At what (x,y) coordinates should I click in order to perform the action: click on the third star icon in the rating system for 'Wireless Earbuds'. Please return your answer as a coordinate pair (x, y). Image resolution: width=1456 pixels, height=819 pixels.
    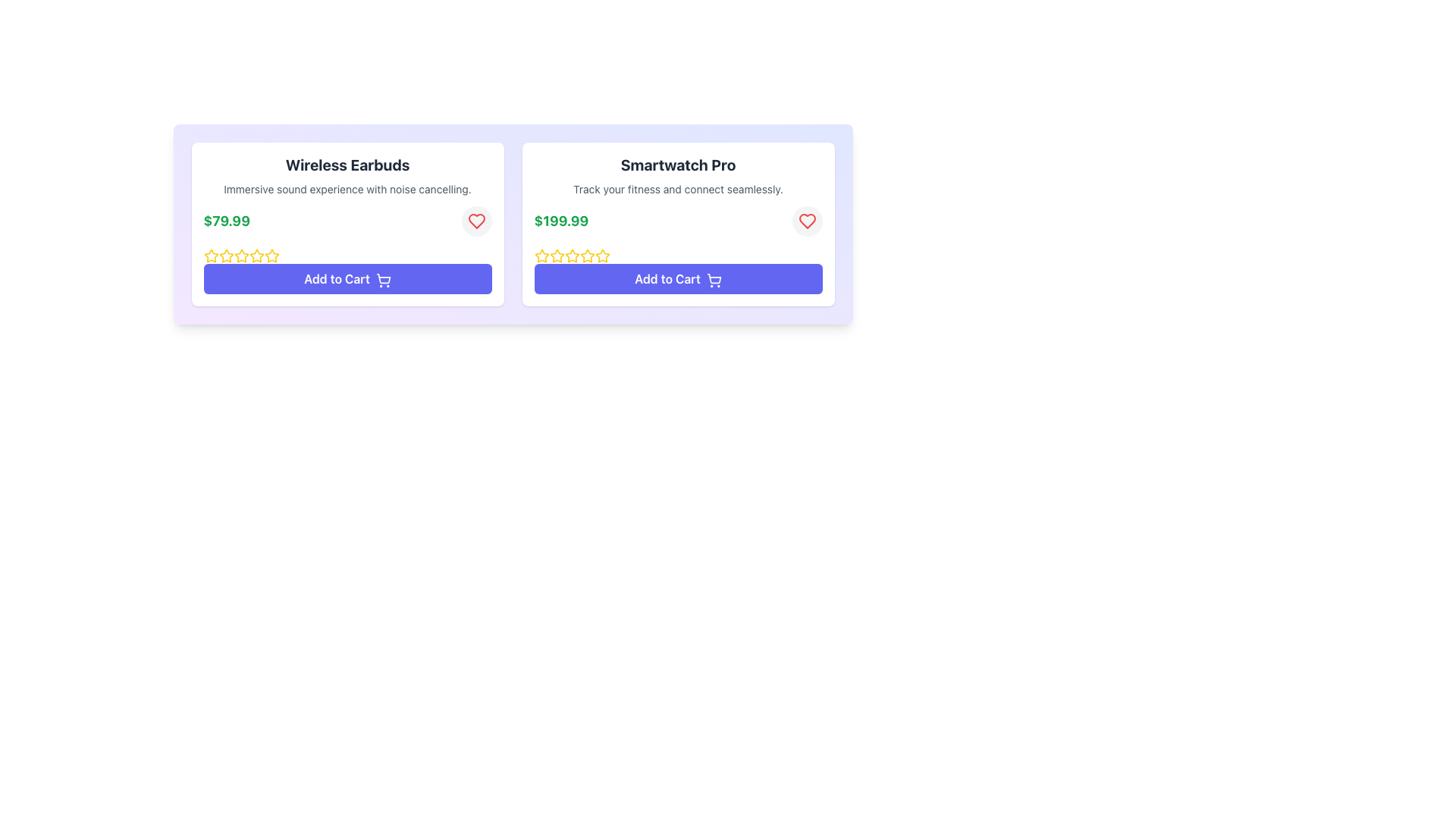
    Looking at the image, I should click on (225, 256).